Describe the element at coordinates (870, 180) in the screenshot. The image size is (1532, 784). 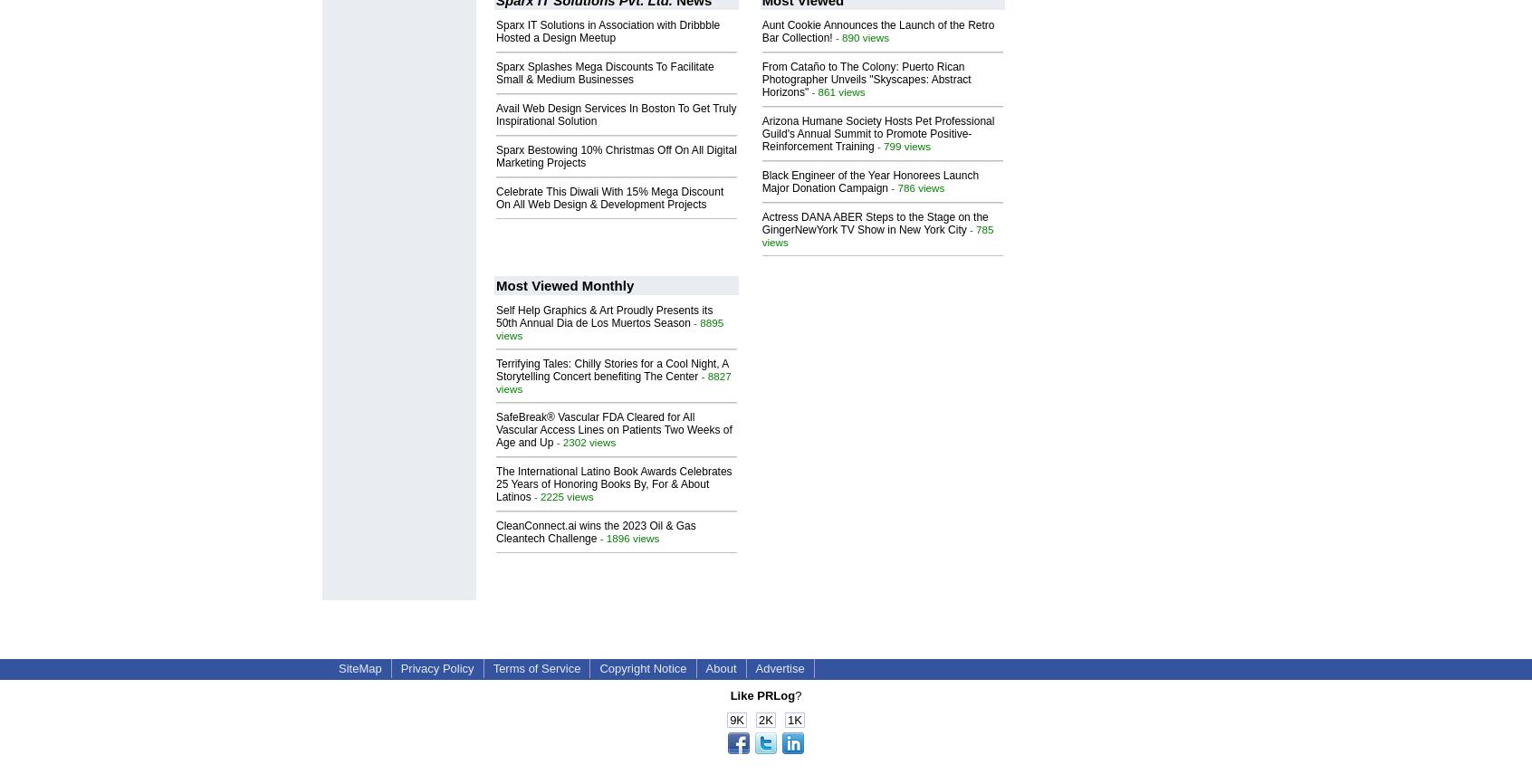
I see `'Black Engineer of the Year Honorees Launch Major Donation Campaign'` at that location.